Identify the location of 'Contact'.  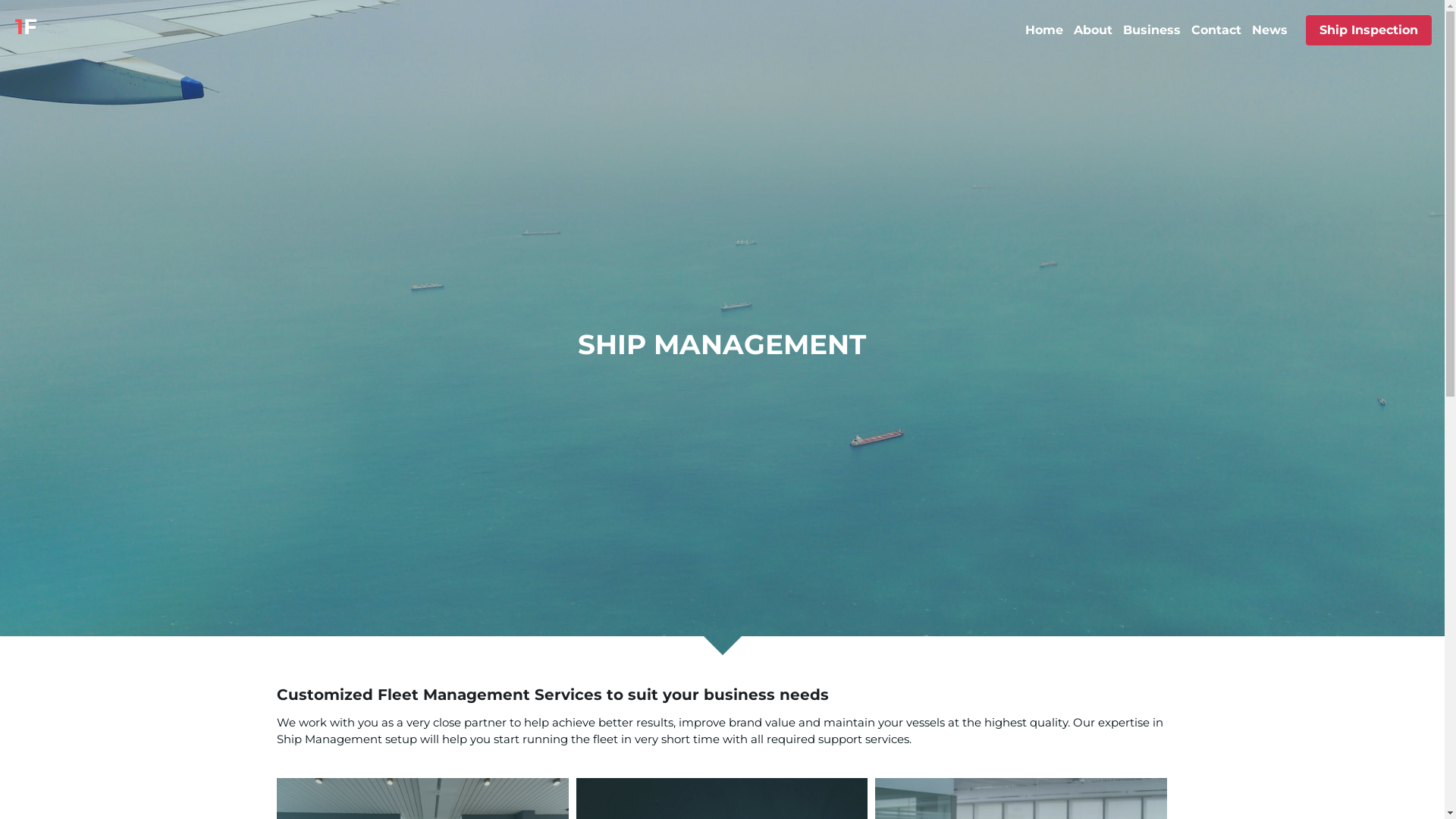
(1190, 30).